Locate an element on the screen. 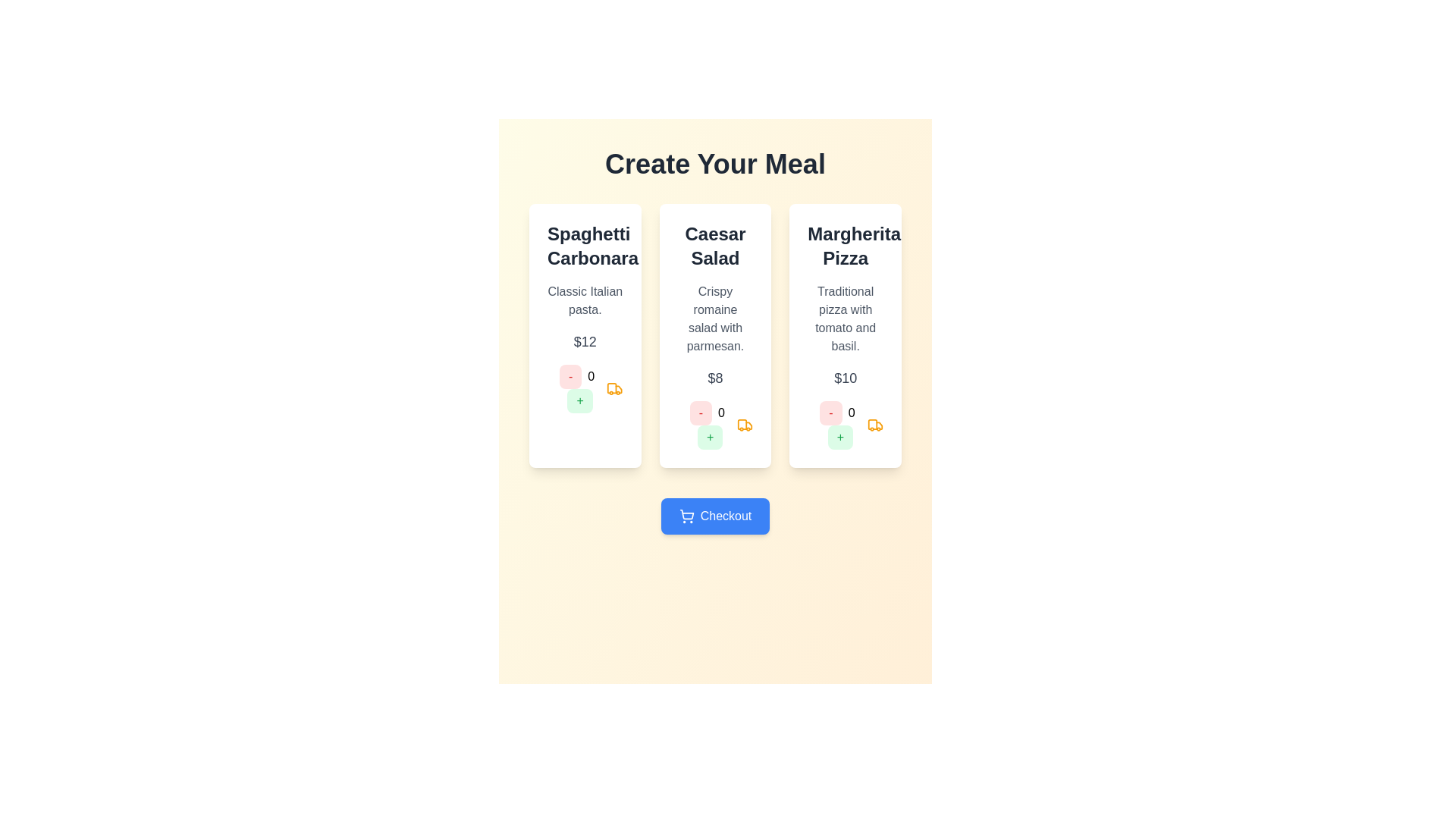  the green rounded rectangular button with a centered plus sign ('+') to increment the quantity for the Caesar Salad menu item is located at coordinates (714, 425).